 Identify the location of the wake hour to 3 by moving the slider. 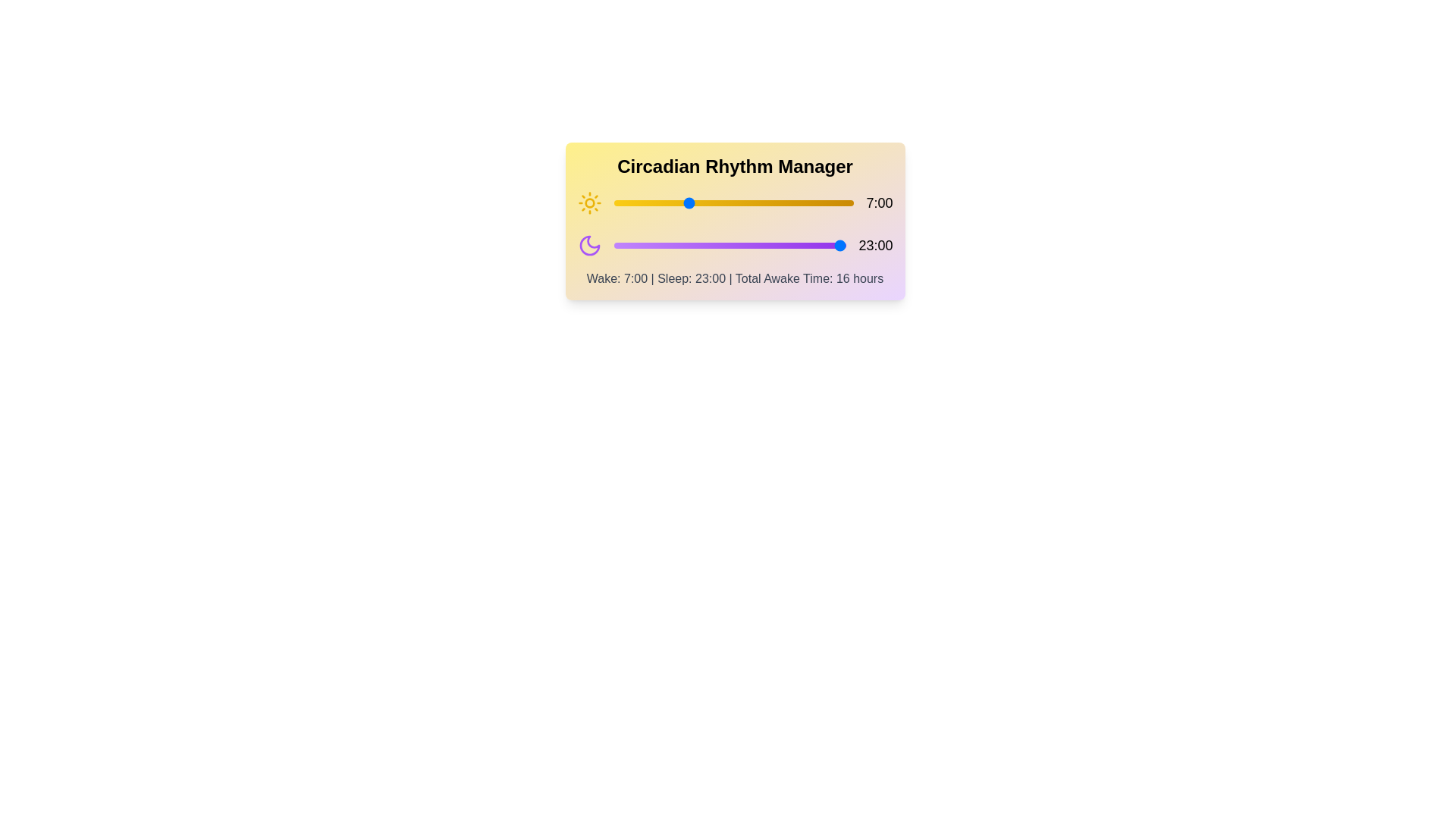
(645, 202).